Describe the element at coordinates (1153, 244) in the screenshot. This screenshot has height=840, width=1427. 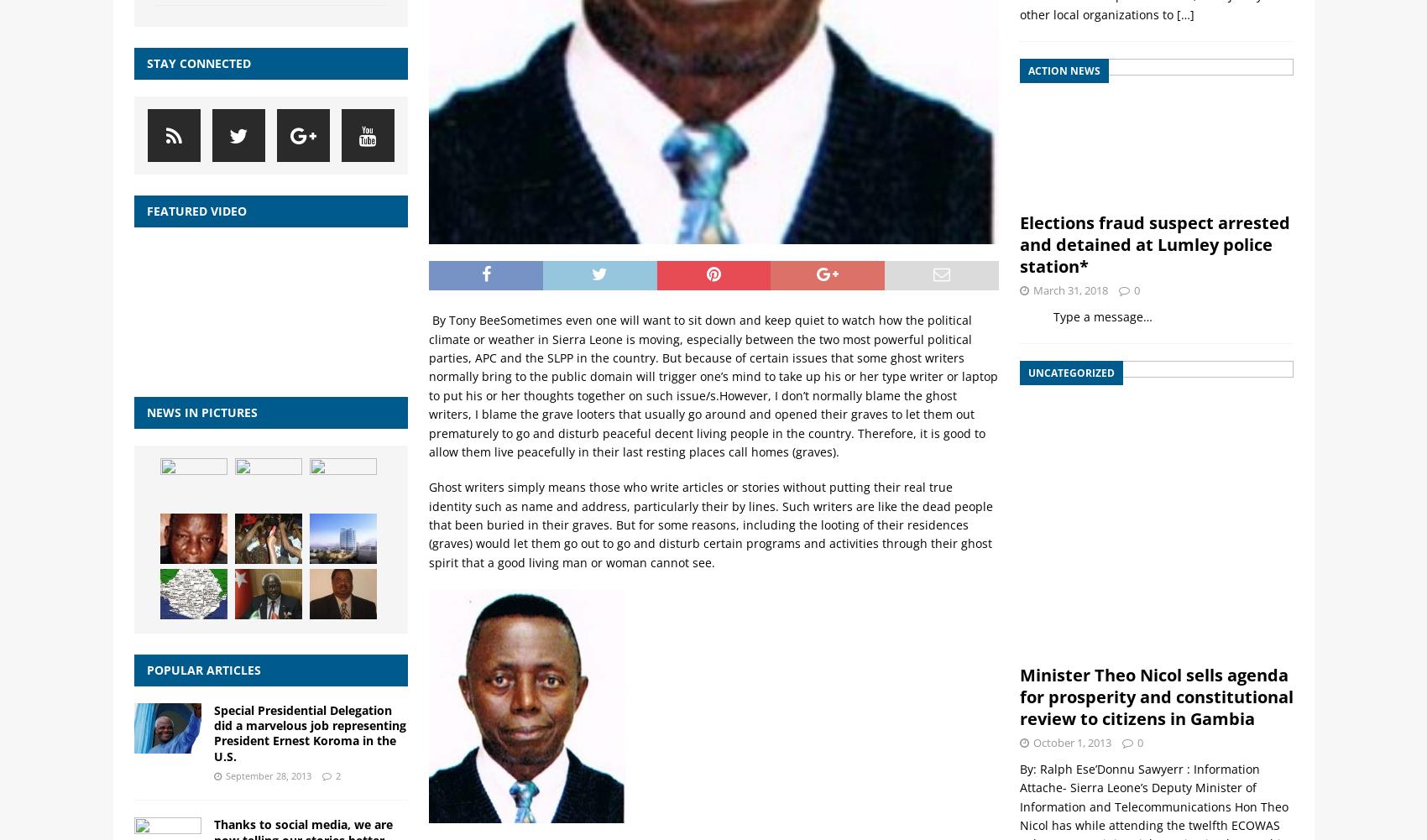
I see `'Elections fraud suspect arrested and detained at Lumley police station*'` at that location.